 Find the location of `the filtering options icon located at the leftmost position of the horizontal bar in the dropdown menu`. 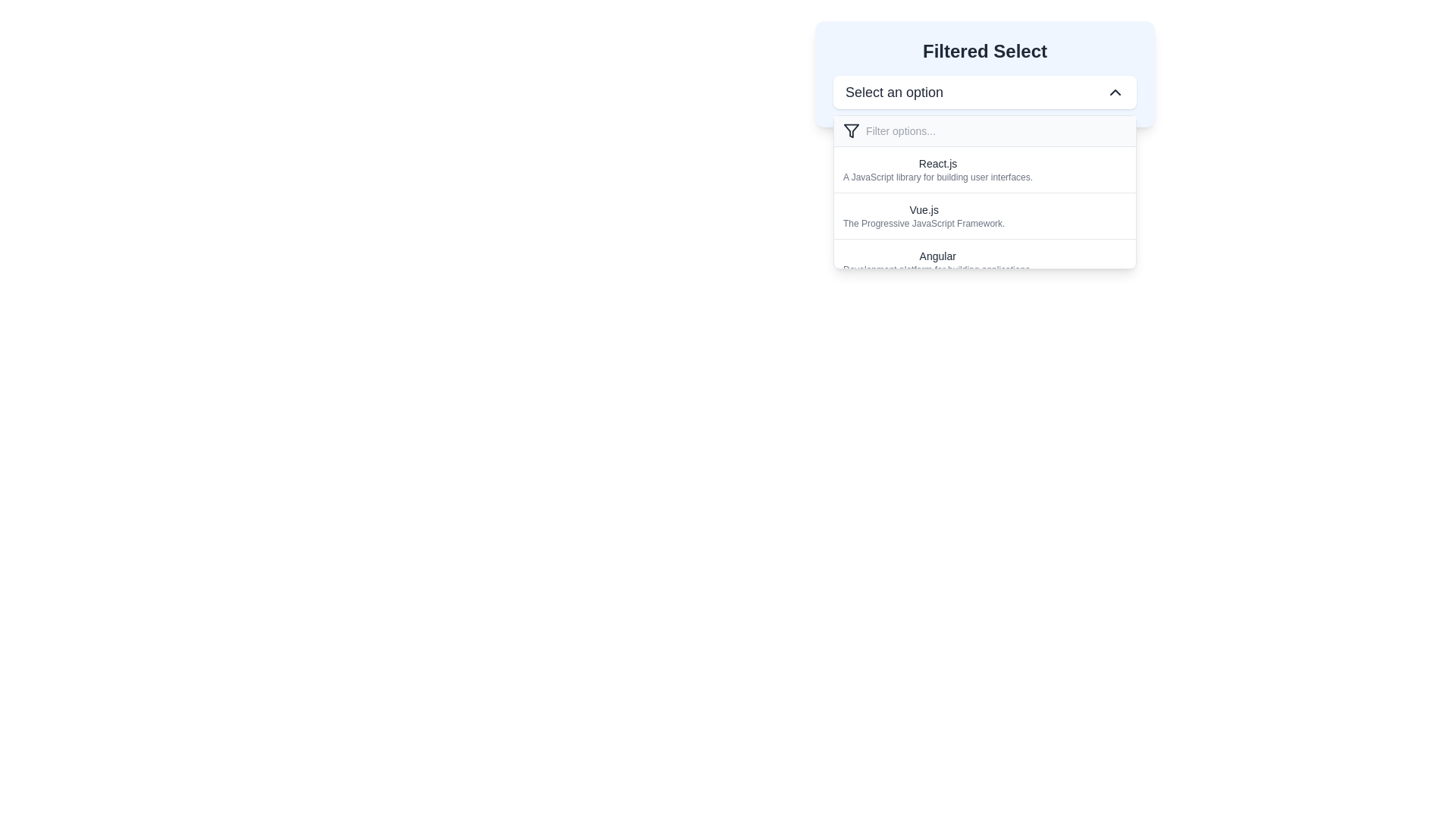

the filtering options icon located at the leftmost position of the horizontal bar in the dropdown menu is located at coordinates (852, 130).